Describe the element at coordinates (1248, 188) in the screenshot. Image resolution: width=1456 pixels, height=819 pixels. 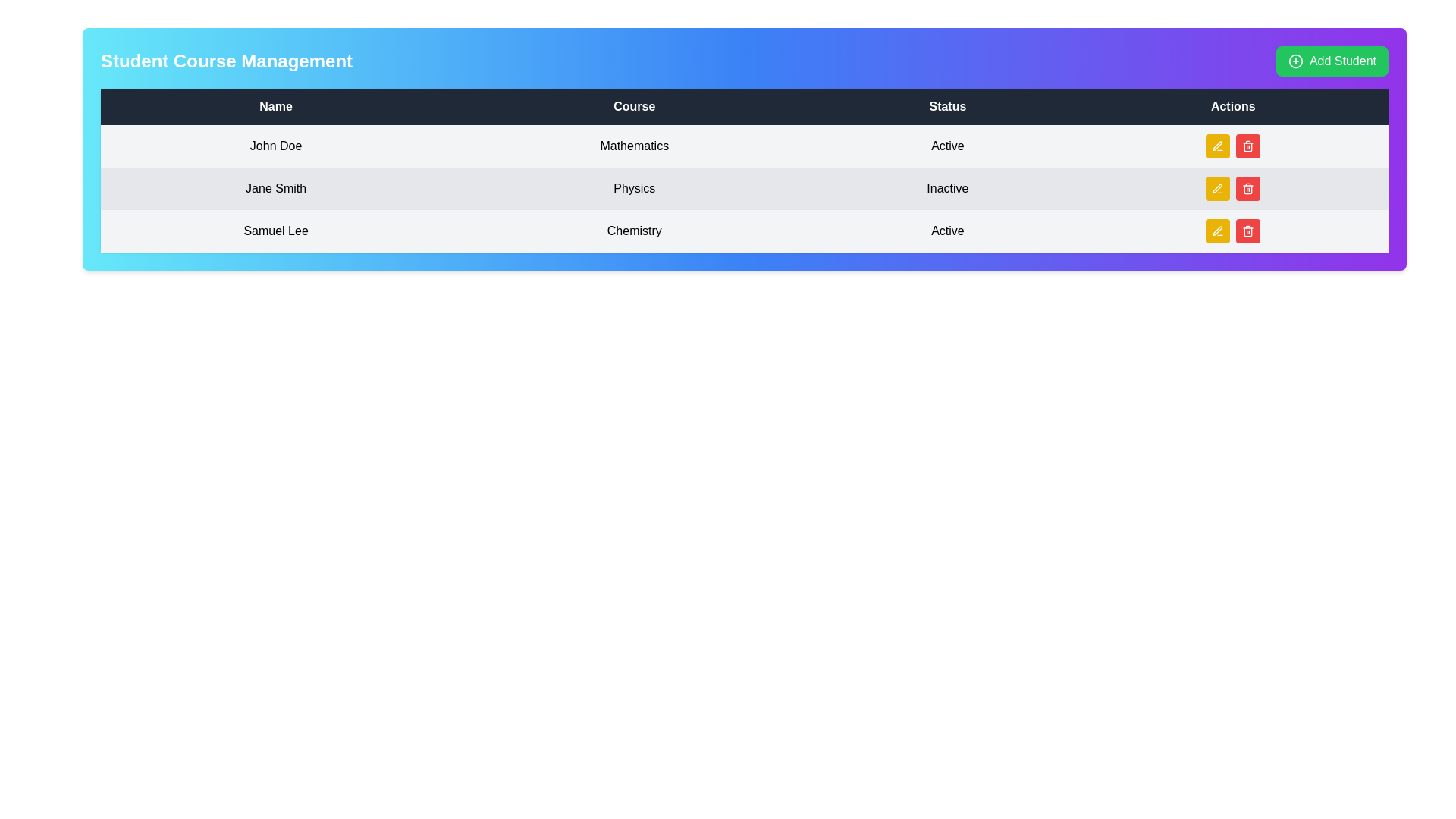
I see `the delete button, which is styled with a red background, white text, and a trash icon, located in the last column of the actions section in the second row of the table` at that location.